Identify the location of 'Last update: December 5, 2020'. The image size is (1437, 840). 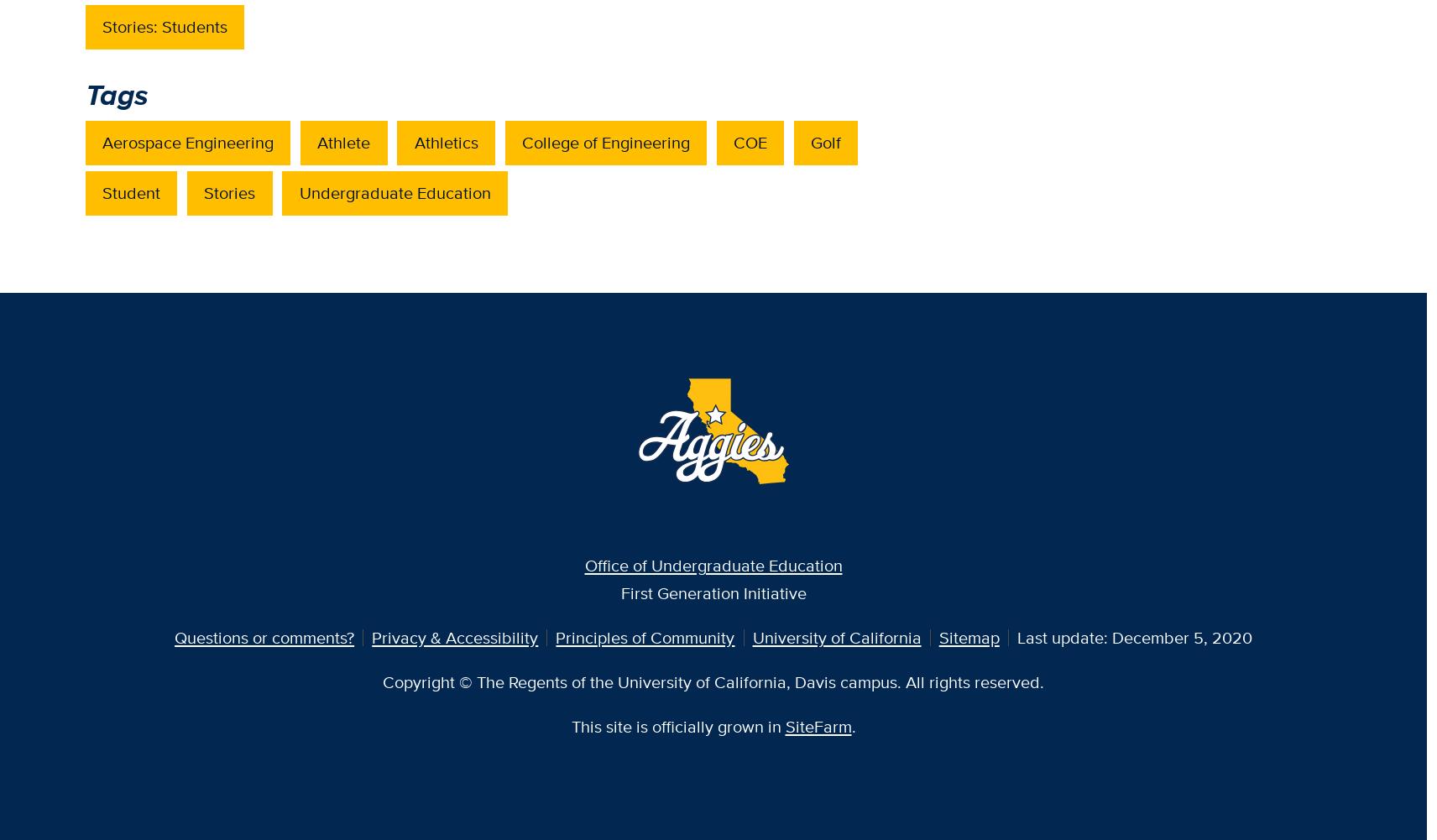
(1132, 637).